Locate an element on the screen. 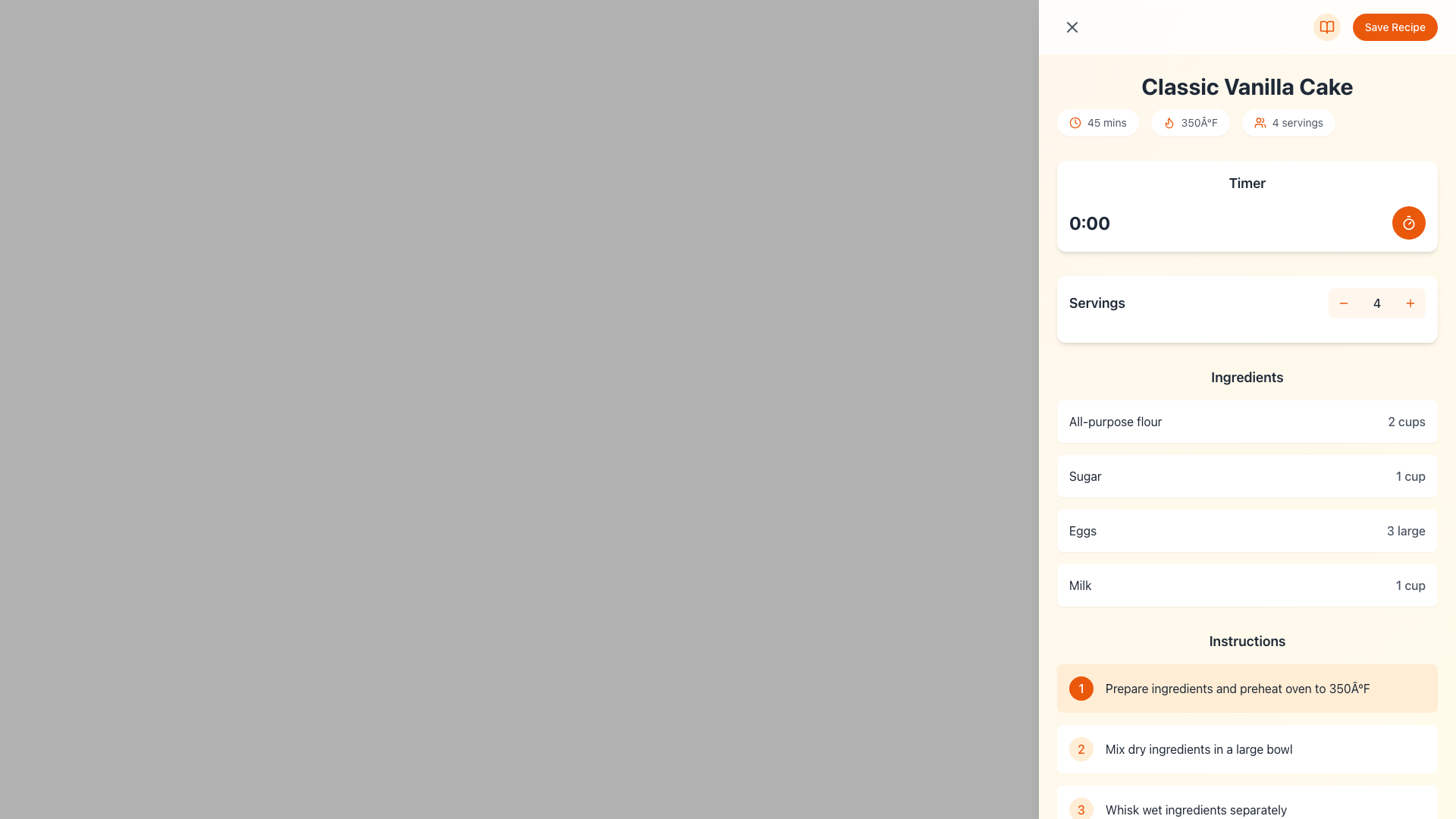 Image resolution: width=1456 pixels, height=819 pixels. the static text displaying the second step in the recipe's instructions, located next to the circular icon with the number '2' is located at coordinates (1266, 748).